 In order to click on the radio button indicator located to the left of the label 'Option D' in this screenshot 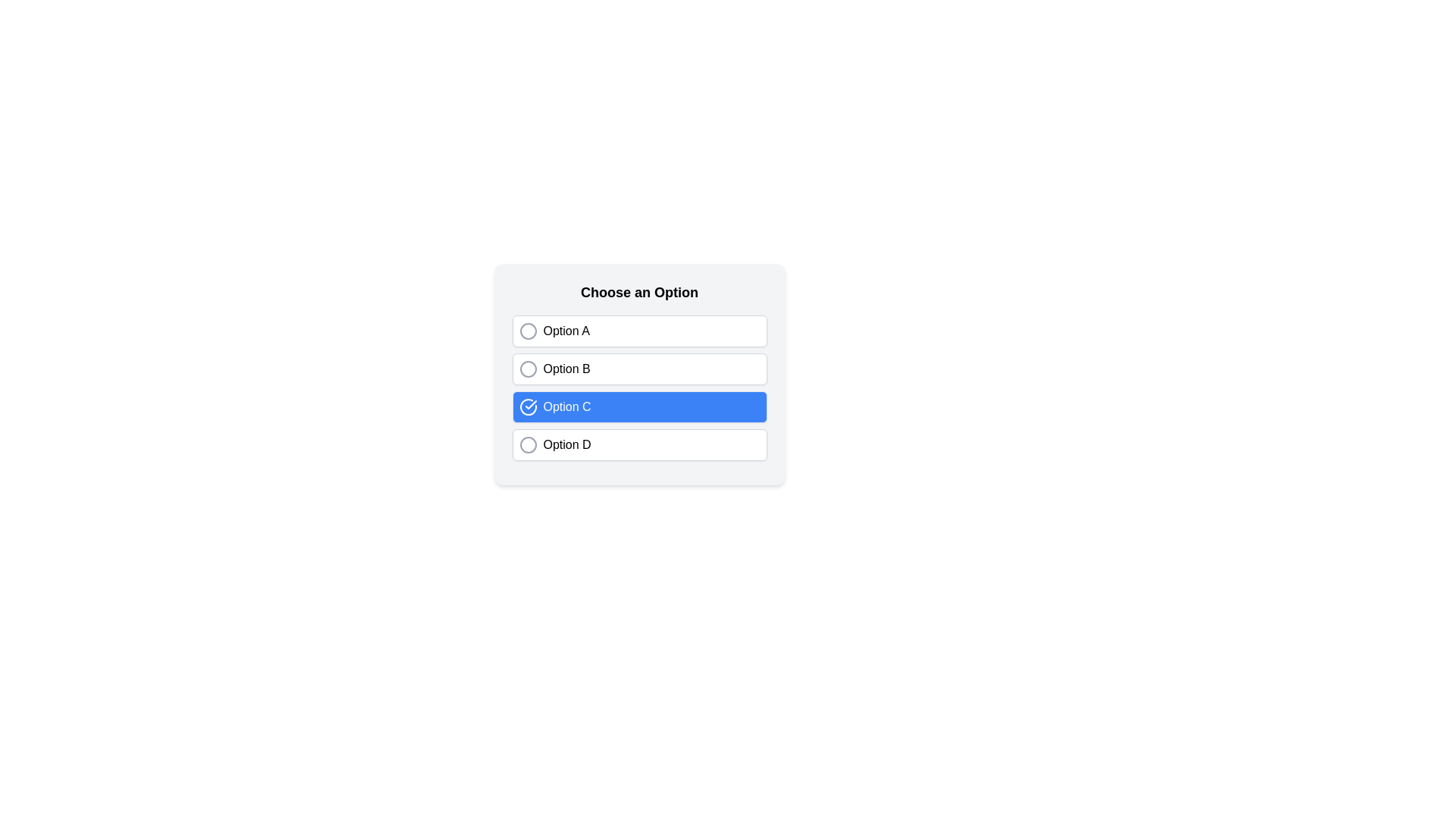, I will do `click(528, 444)`.